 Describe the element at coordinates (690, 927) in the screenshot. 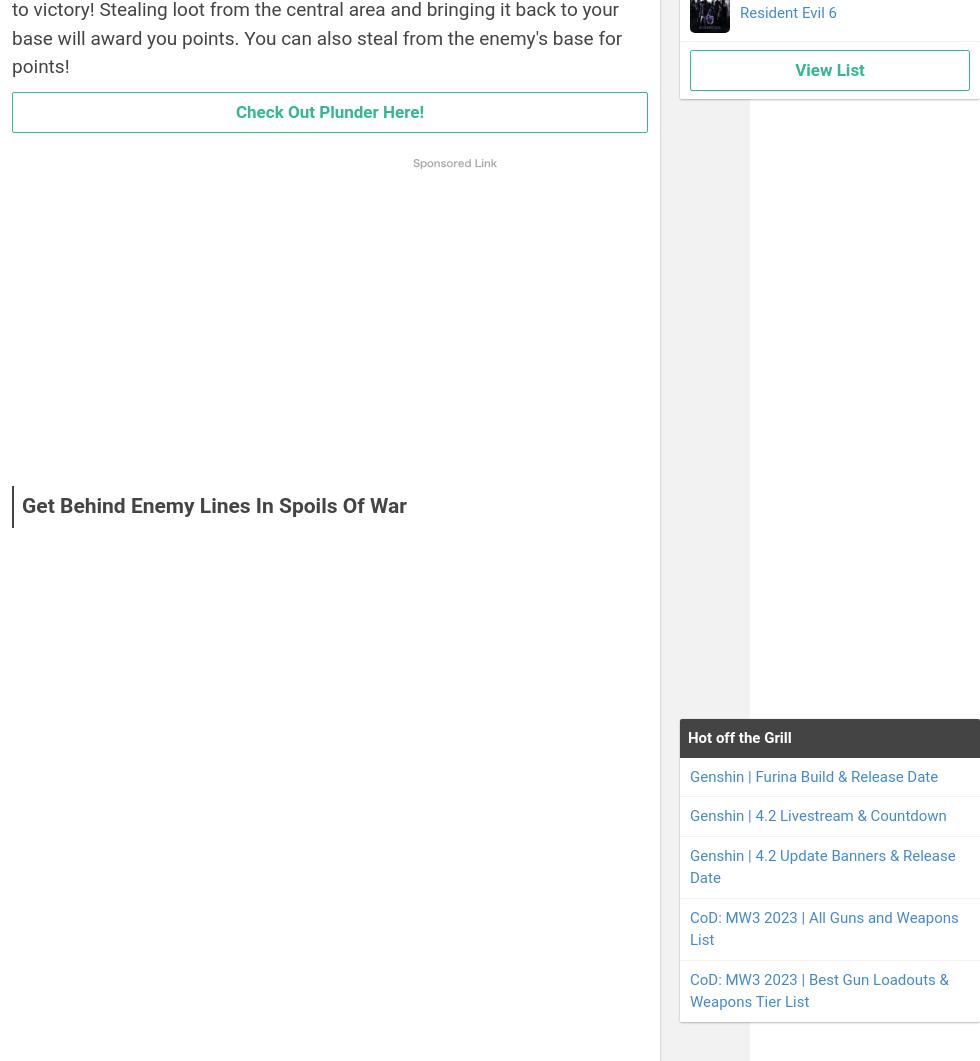

I see `'CoD: MW3 2023 | All Guns and Weapons List'` at that location.